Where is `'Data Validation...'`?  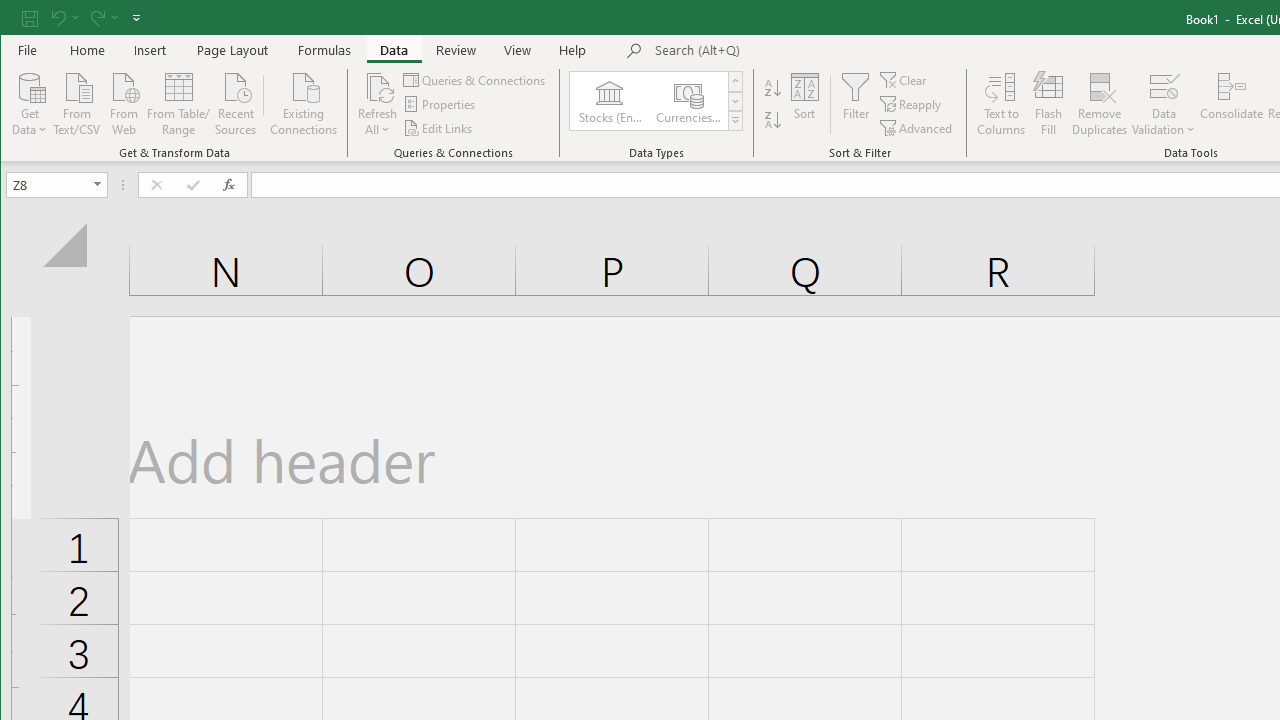
'Data Validation...' is located at coordinates (1164, 85).